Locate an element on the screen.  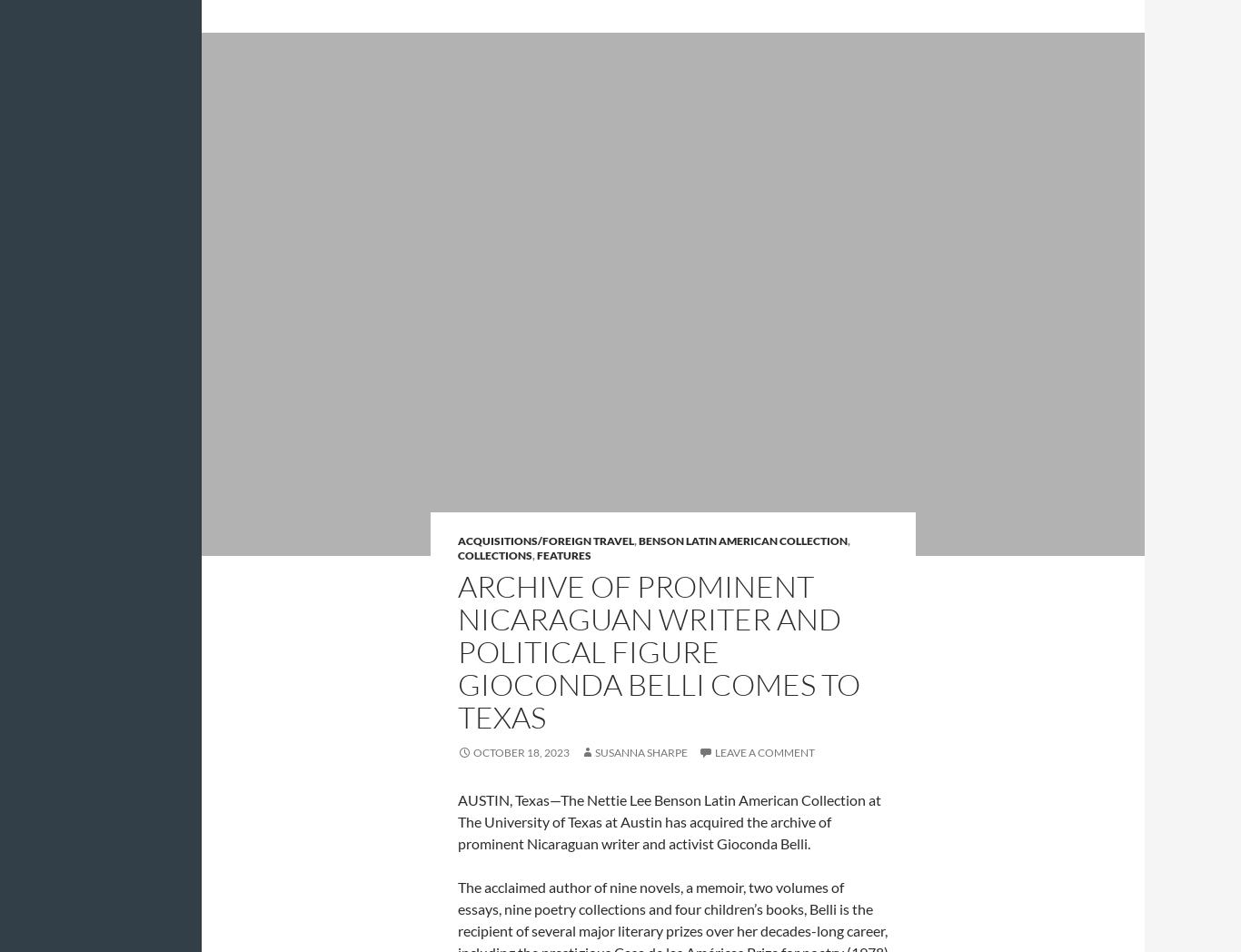
'Leave a comment' is located at coordinates (764, 750).